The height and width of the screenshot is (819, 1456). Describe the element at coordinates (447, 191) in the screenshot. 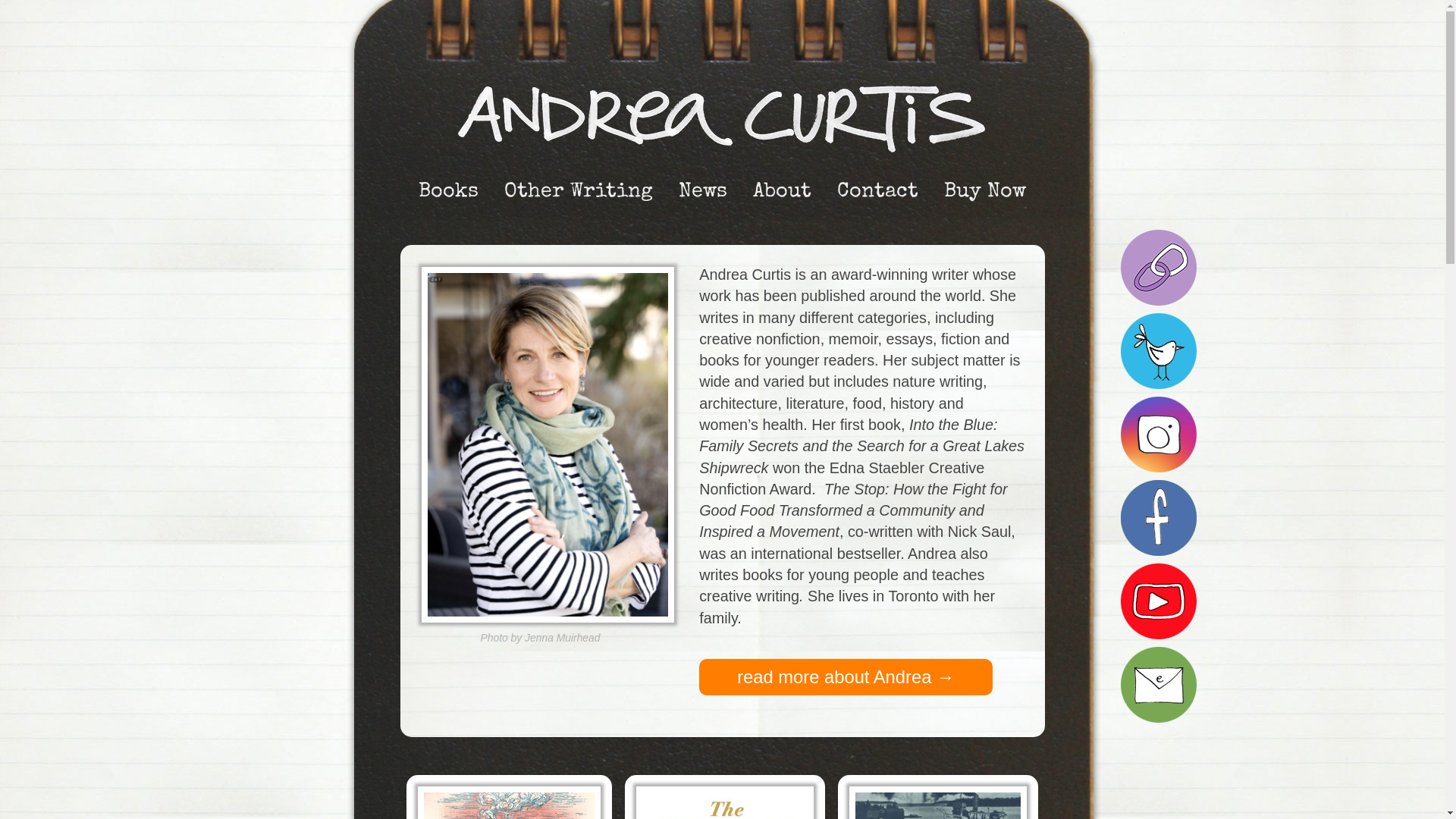

I see `'Books'` at that location.